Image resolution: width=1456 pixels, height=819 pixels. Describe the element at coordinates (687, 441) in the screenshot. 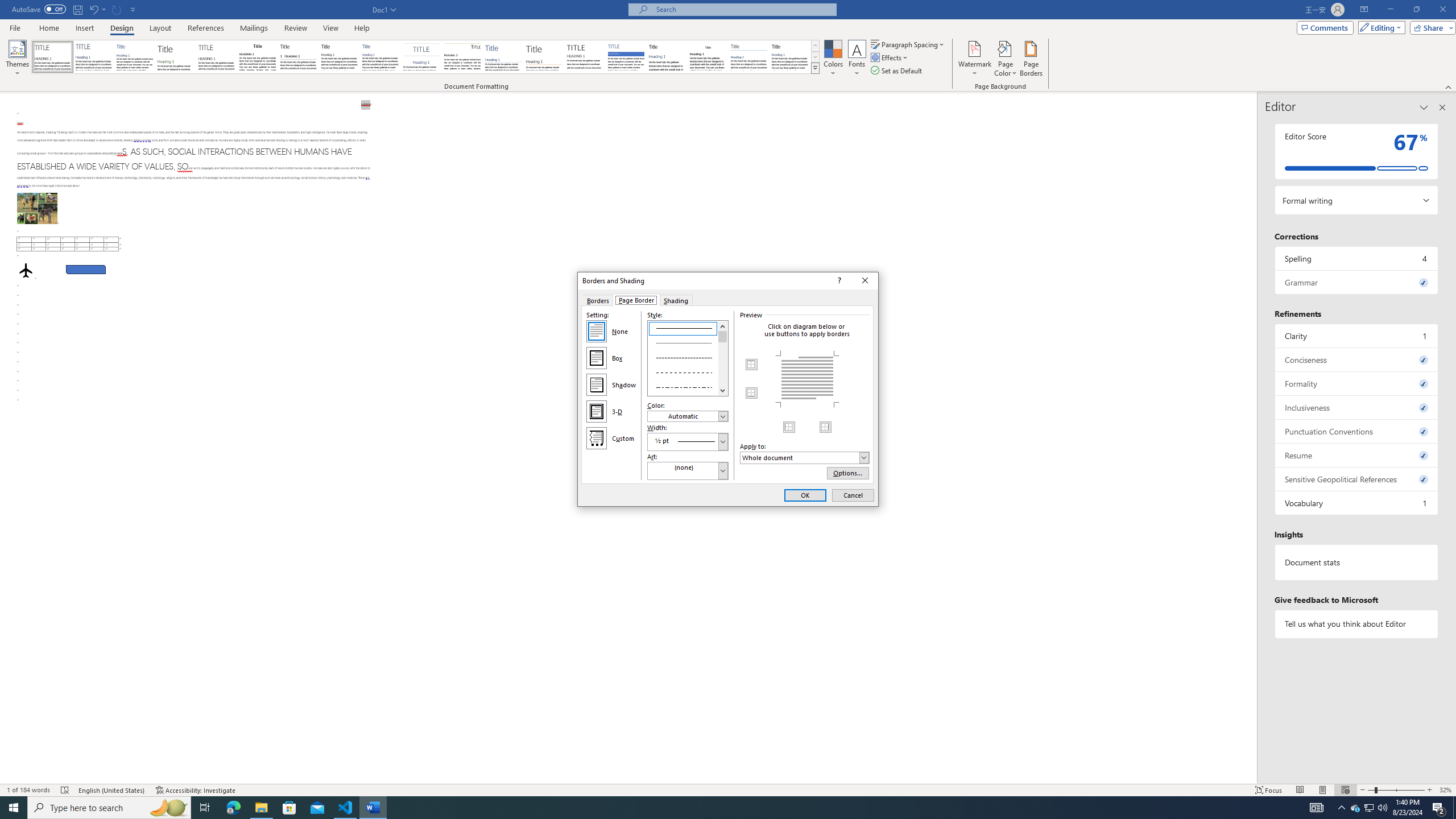

I see `'Width:'` at that location.